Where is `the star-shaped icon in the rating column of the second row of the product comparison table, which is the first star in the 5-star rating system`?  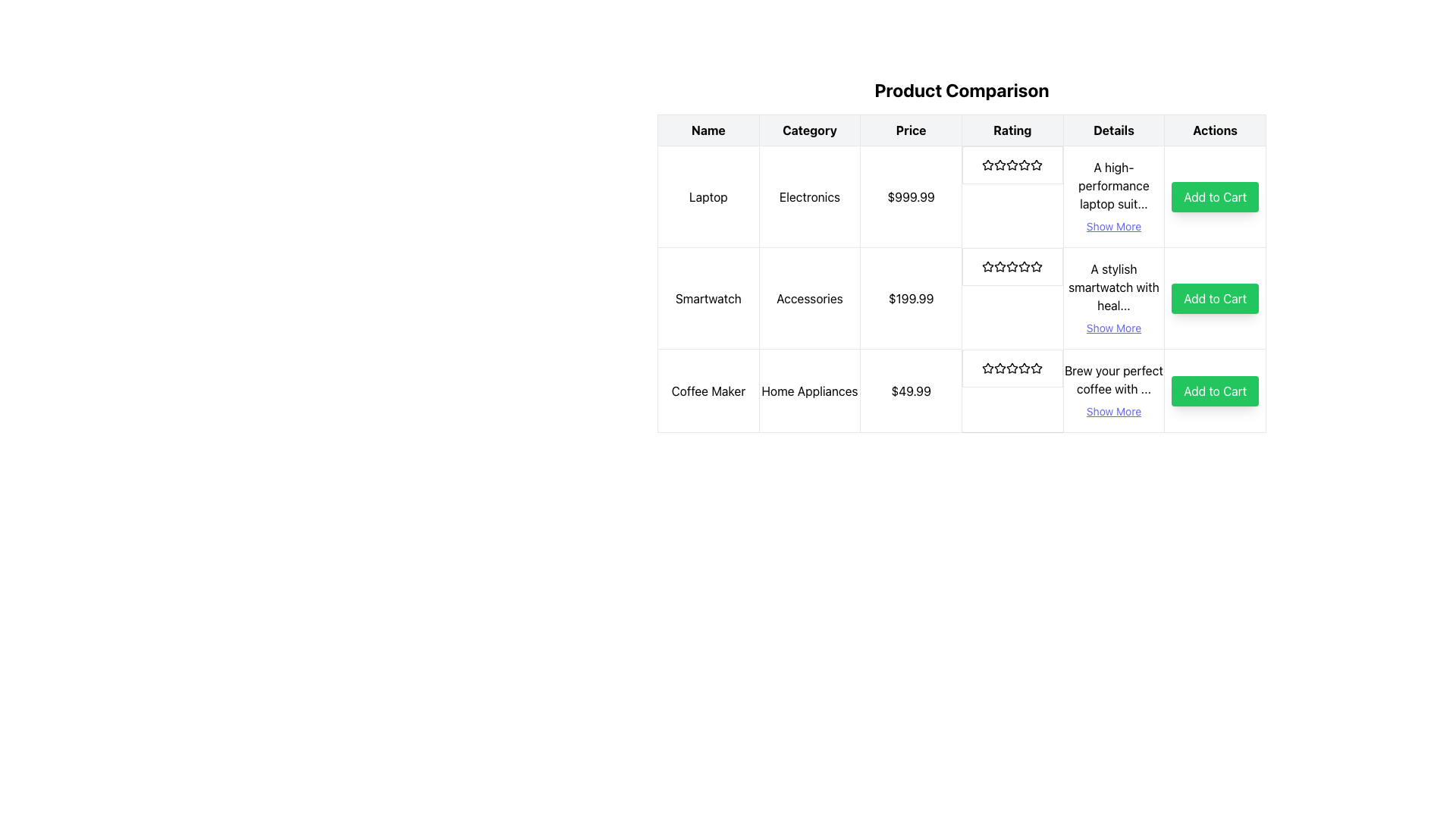 the star-shaped icon in the rating column of the second row of the product comparison table, which is the first star in the 5-star rating system is located at coordinates (988, 265).